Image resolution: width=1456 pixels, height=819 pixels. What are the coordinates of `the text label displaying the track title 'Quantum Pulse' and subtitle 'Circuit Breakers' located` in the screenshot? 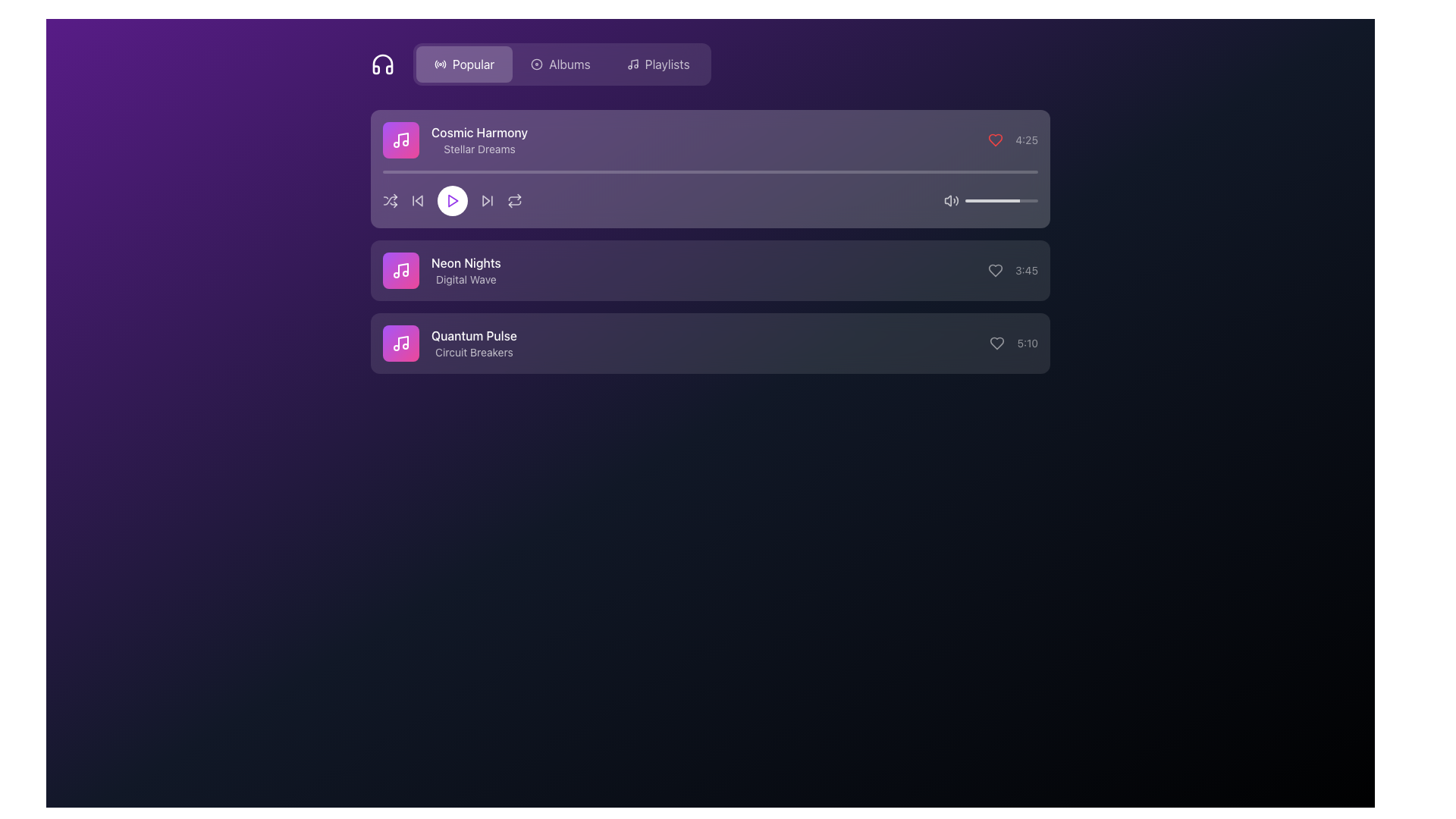 It's located at (473, 343).